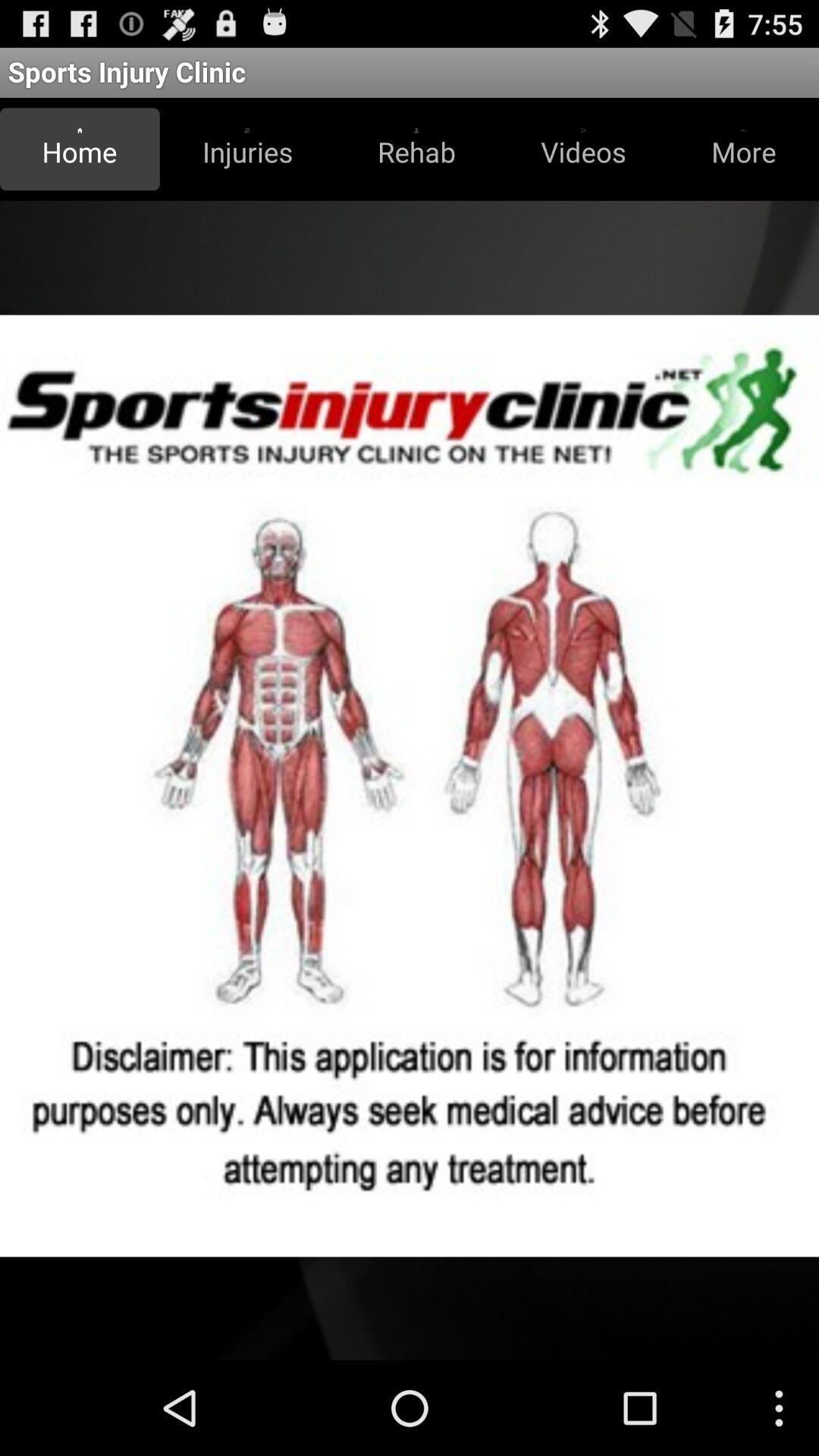  I want to click on button next to the rehab icon, so click(582, 149).